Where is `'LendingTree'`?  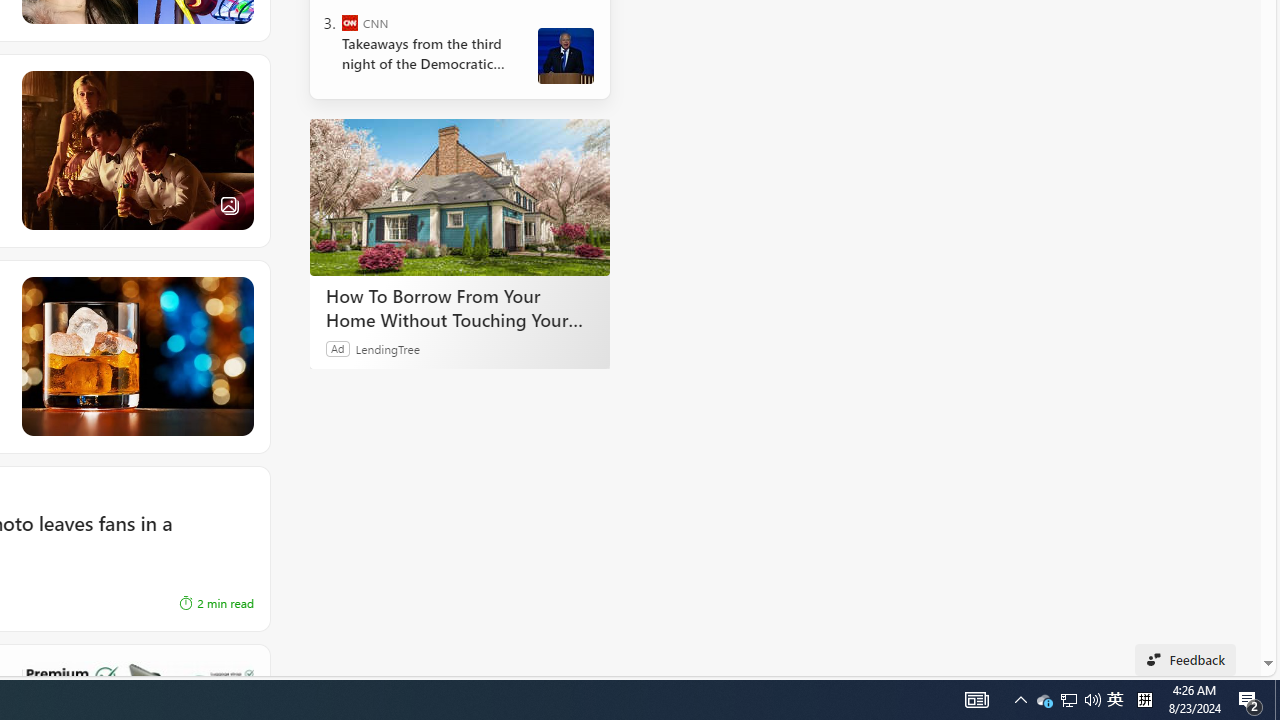 'LendingTree' is located at coordinates (387, 347).